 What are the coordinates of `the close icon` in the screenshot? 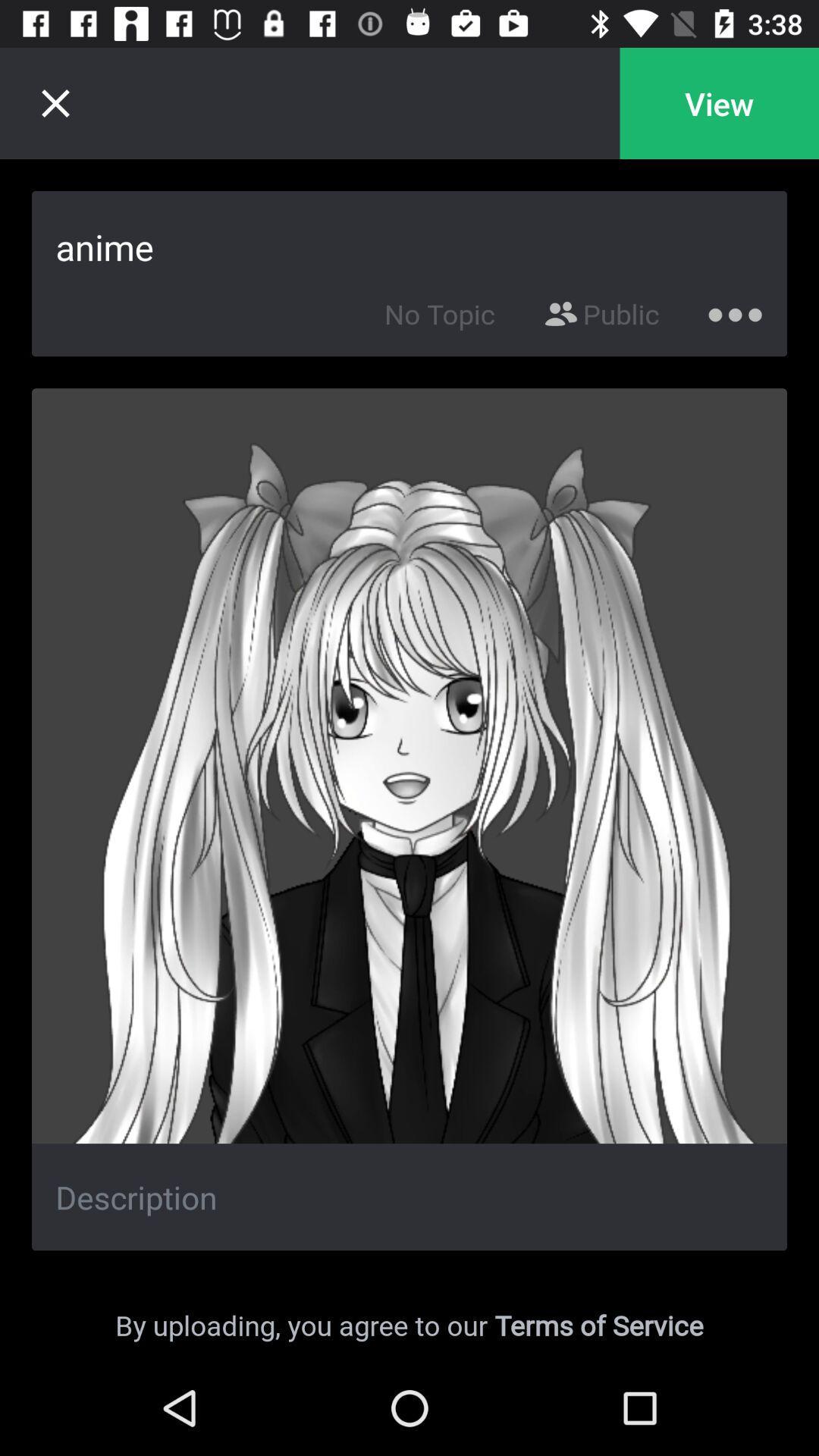 It's located at (55, 102).